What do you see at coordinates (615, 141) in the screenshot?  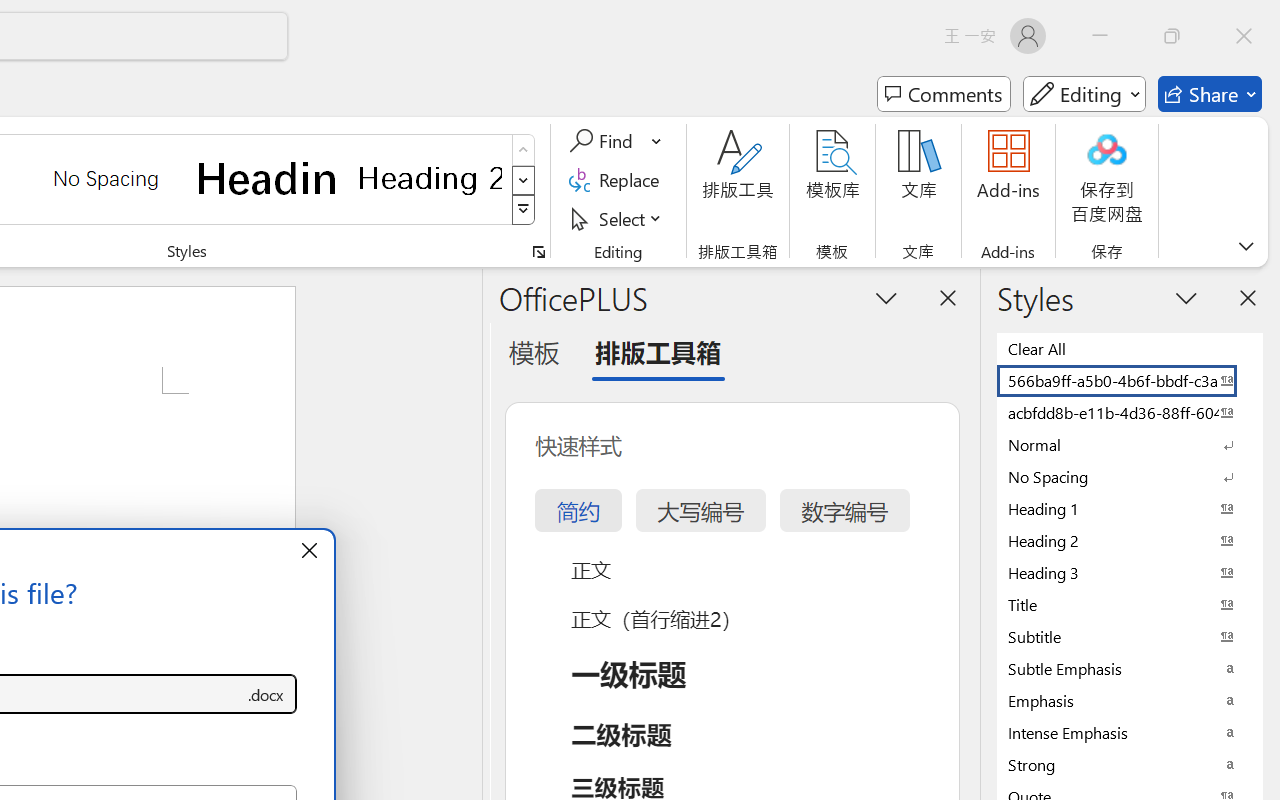 I see `'Find'` at bounding box center [615, 141].